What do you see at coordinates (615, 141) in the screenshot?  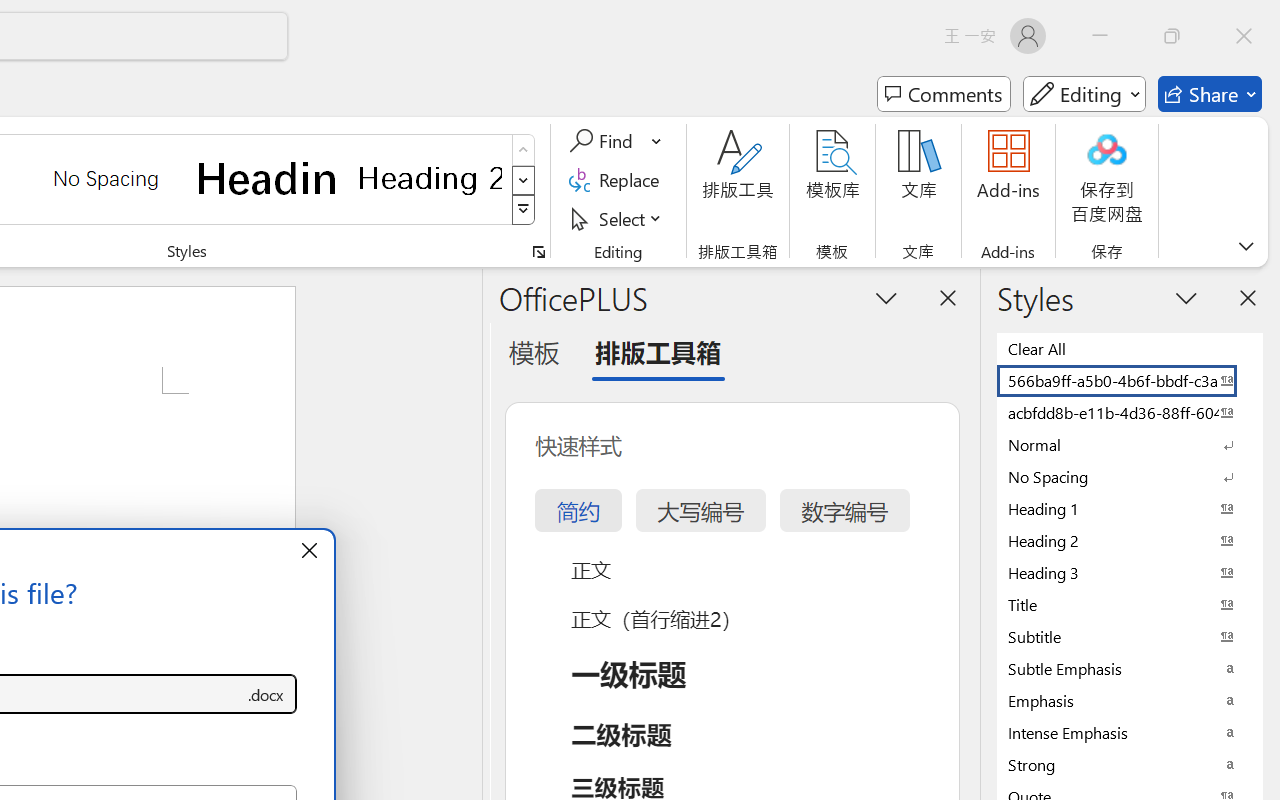 I see `'Find'` at bounding box center [615, 141].